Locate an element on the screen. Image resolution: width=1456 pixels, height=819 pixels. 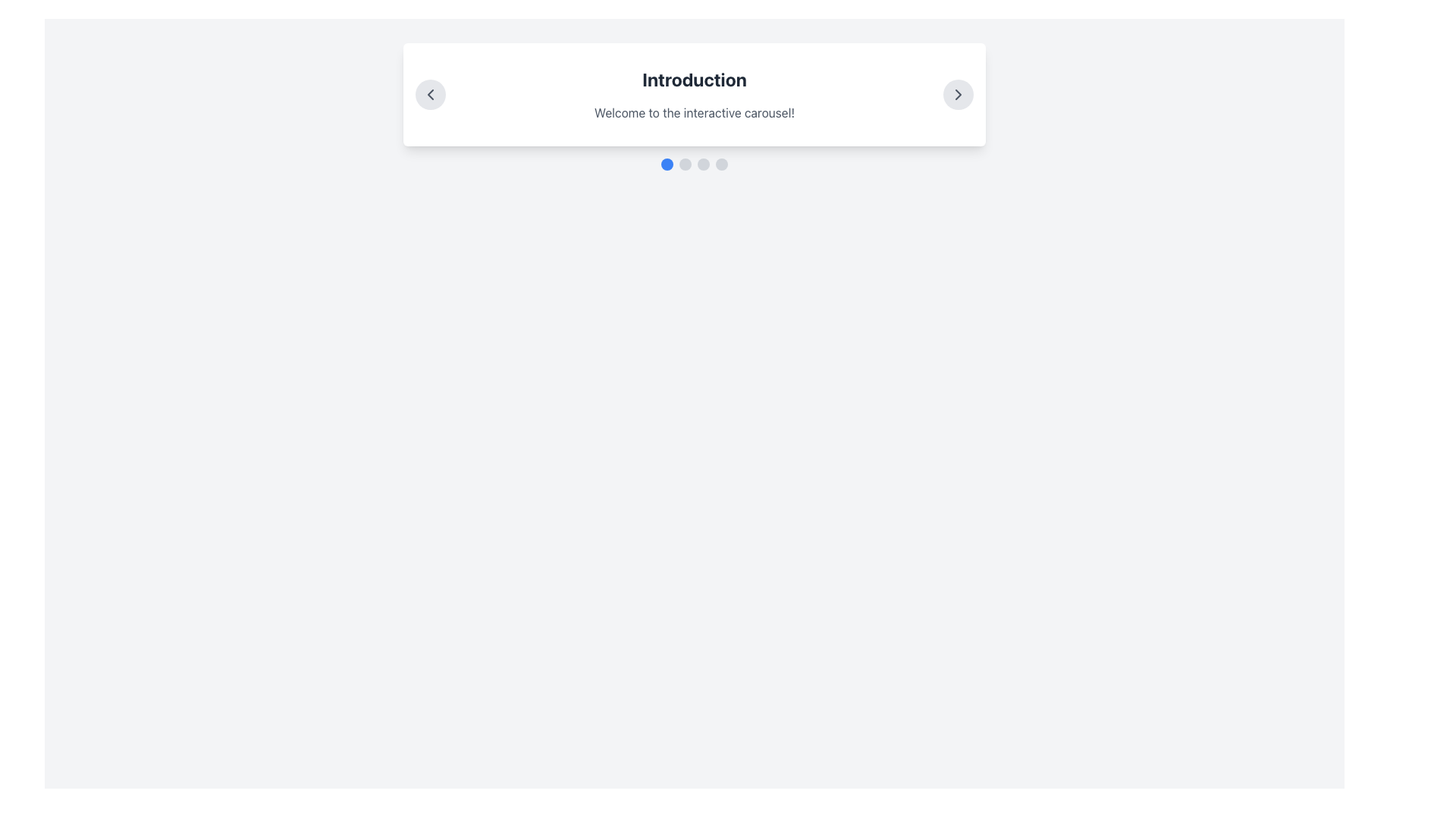
the fourth circular progress indicator with a gray background located below the 'Introduction' heading is located at coordinates (720, 164).